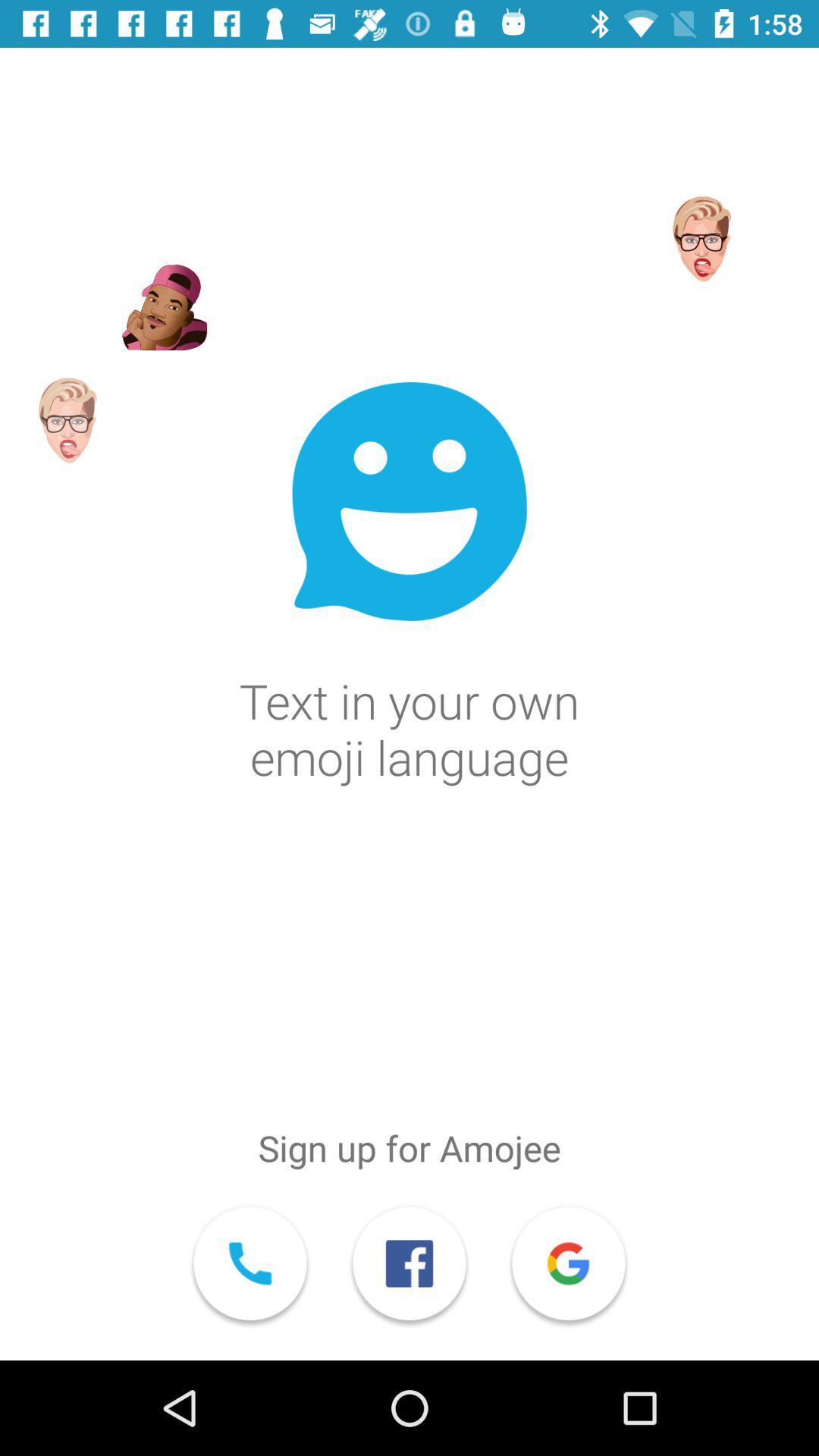 This screenshot has height=1456, width=819. I want to click on the globe icon, so click(568, 1266).